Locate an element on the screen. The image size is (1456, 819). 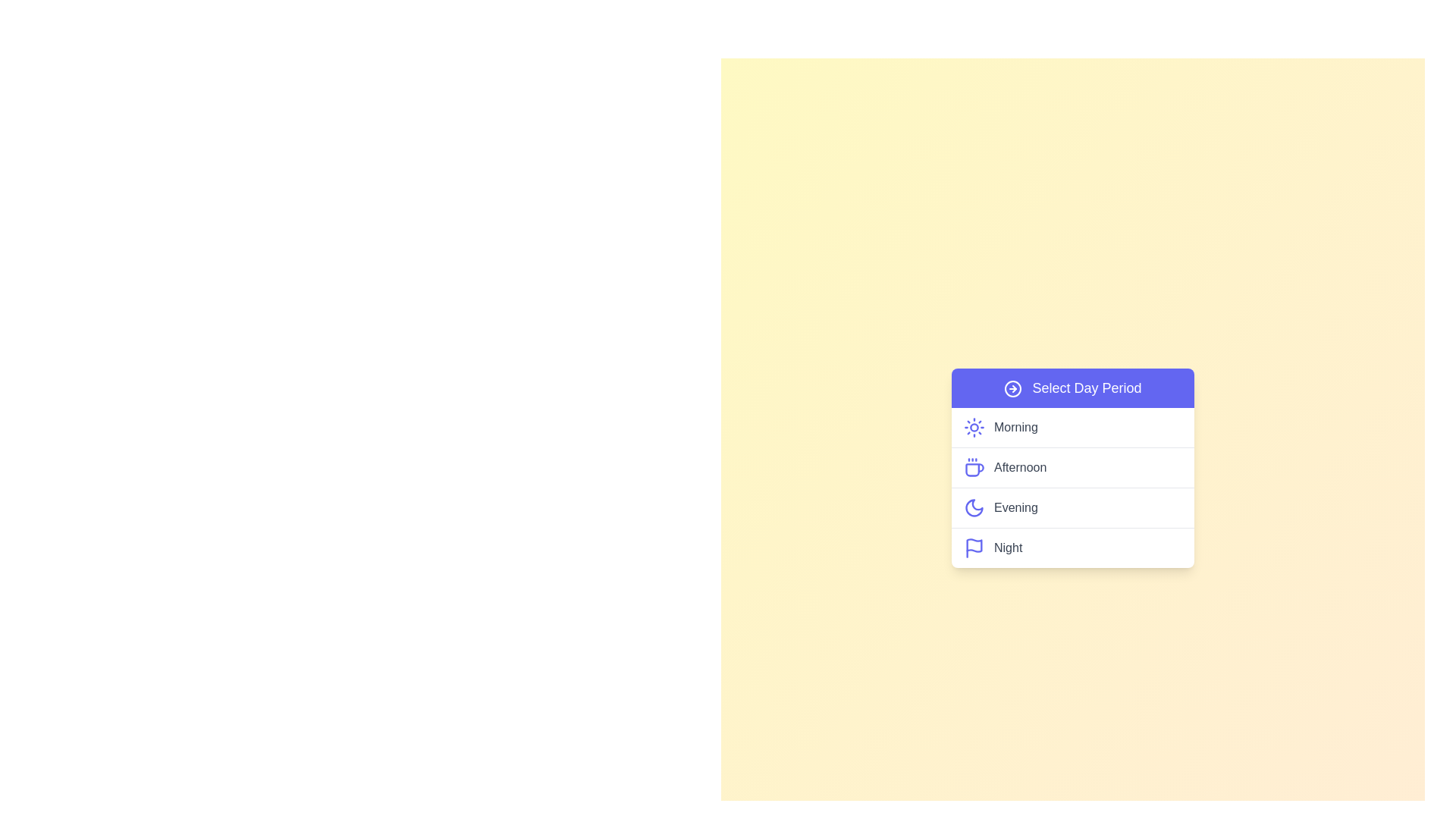
the day period Evening from the menu is located at coordinates (1072, 507).